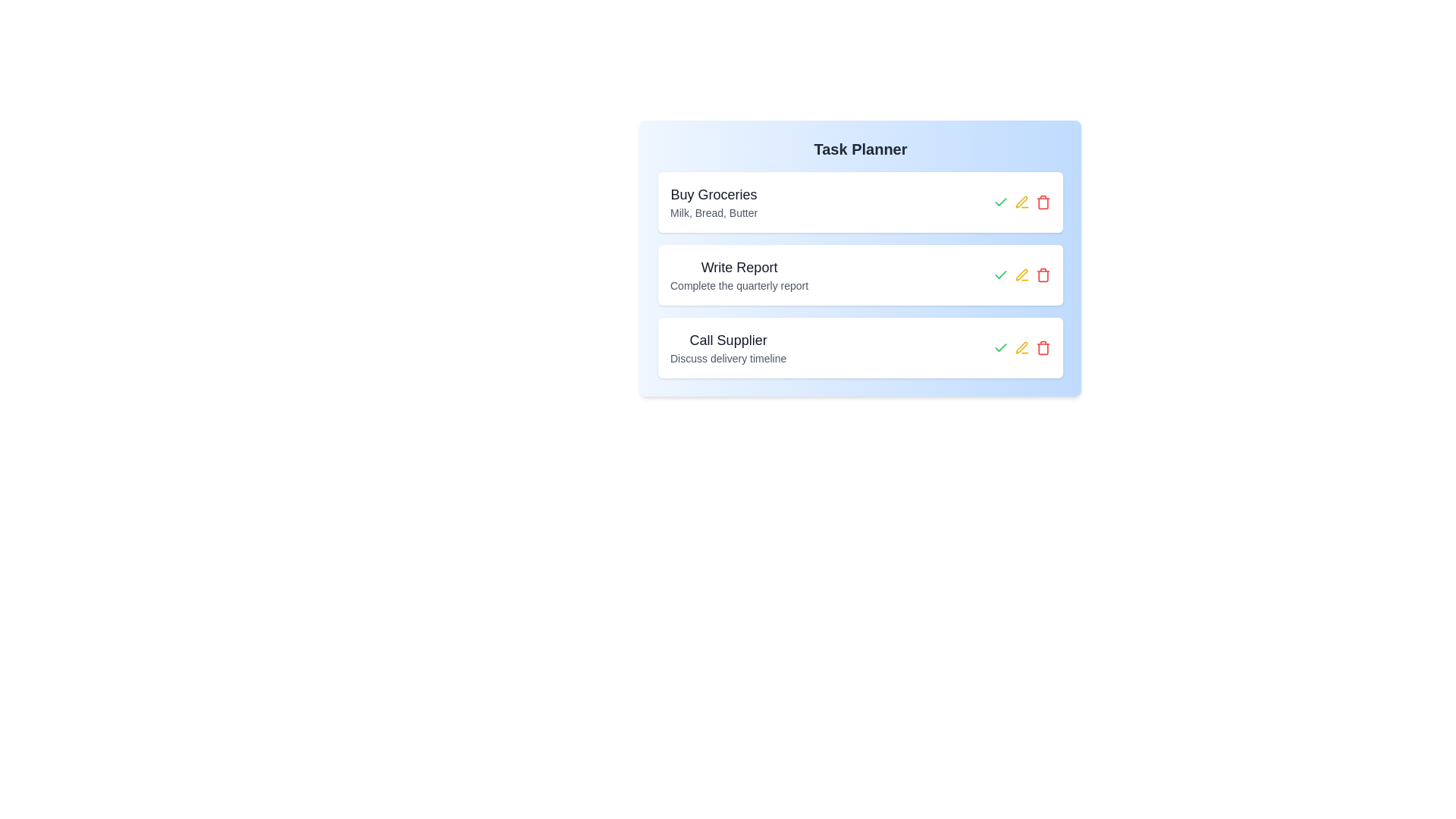 This screenshot has height=819, width=1456. I want to click on the delete button for the task titled 'Call Supplier', so click(1043, 348).